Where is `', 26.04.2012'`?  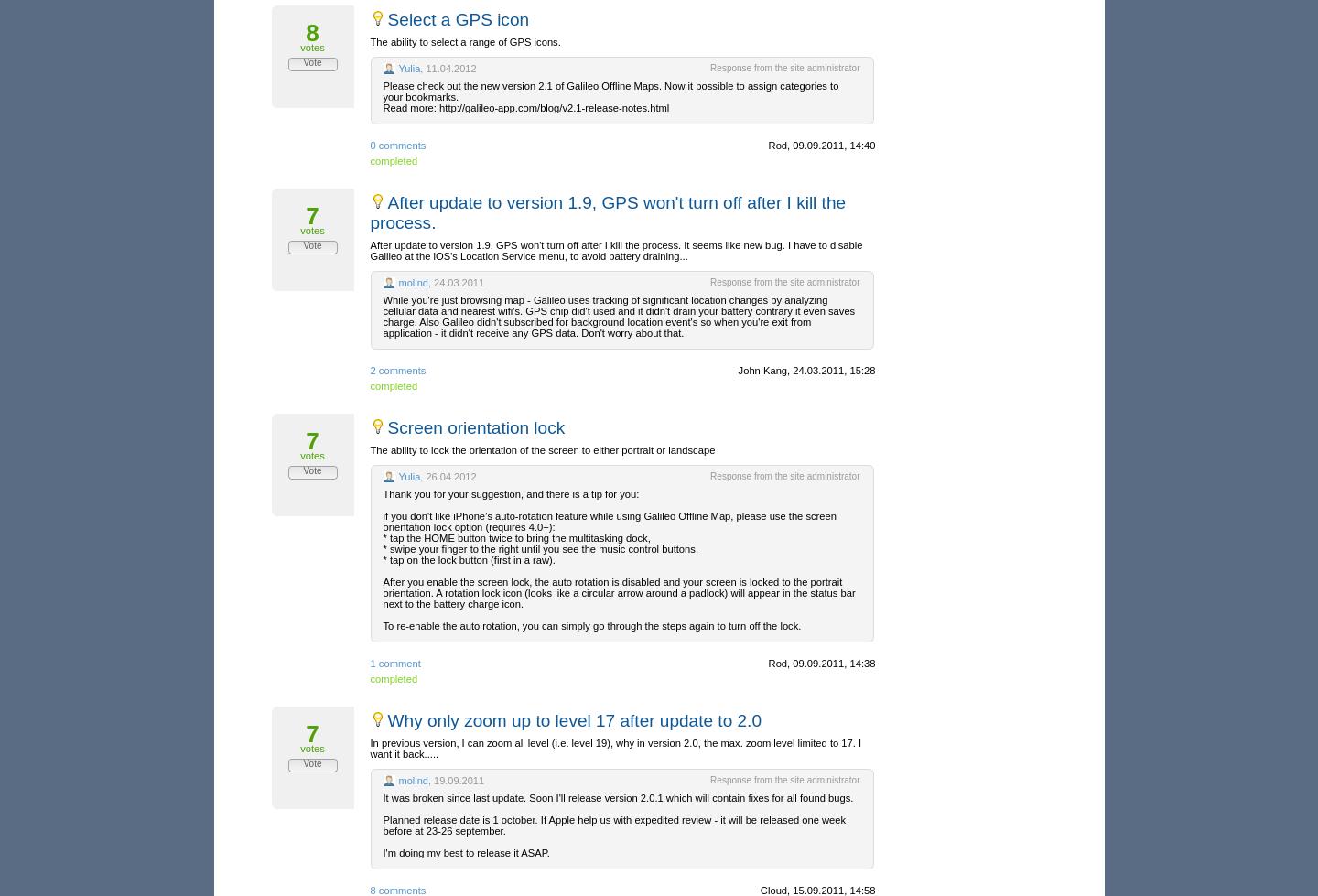
', 26.04.2012' is located at coordinates (447, 476).